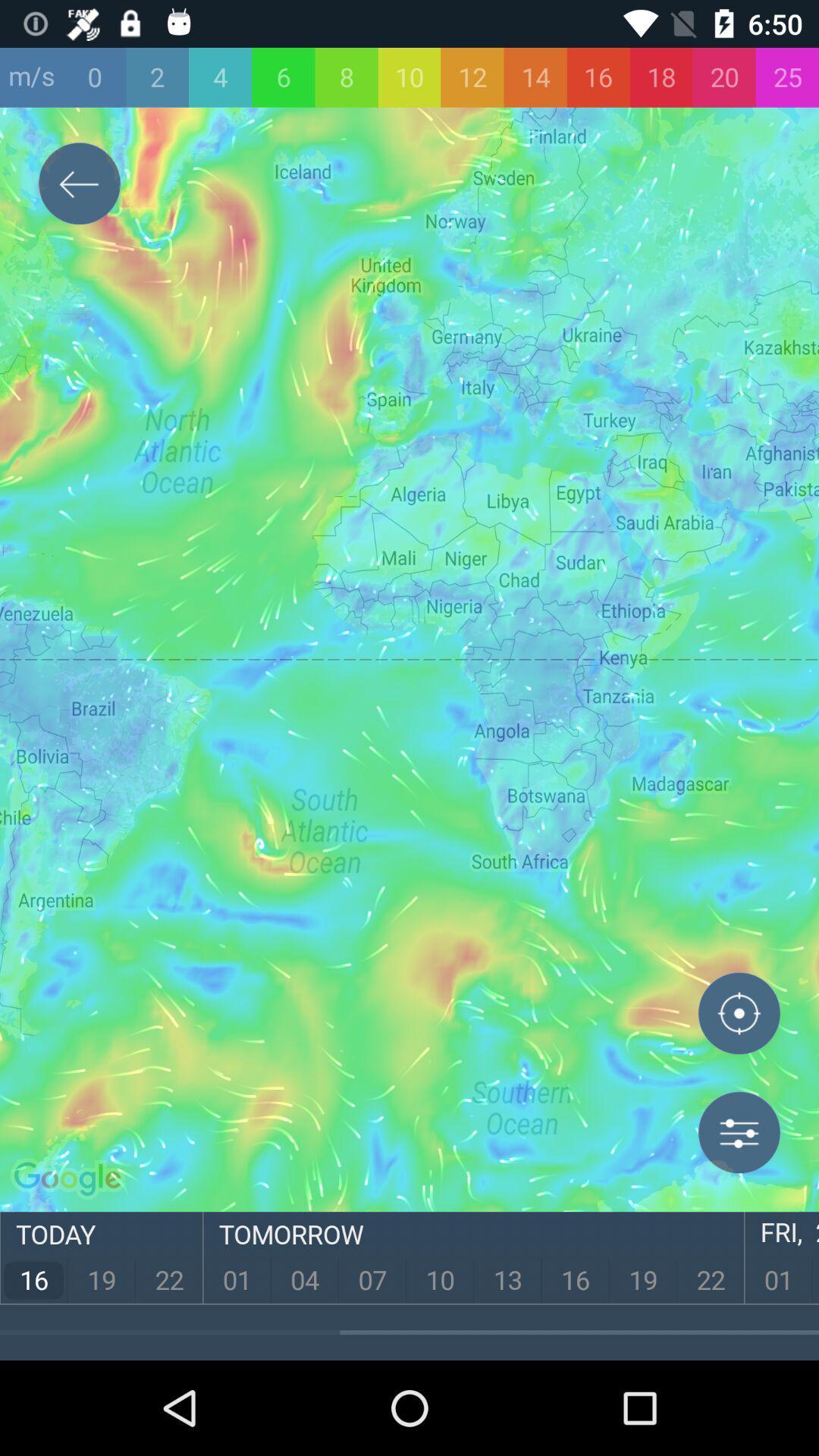 This screenshot has height=1456, width=819. Describe the element at coordinates (739, 1132) in the screenshot. I see `menu icon` at that location.